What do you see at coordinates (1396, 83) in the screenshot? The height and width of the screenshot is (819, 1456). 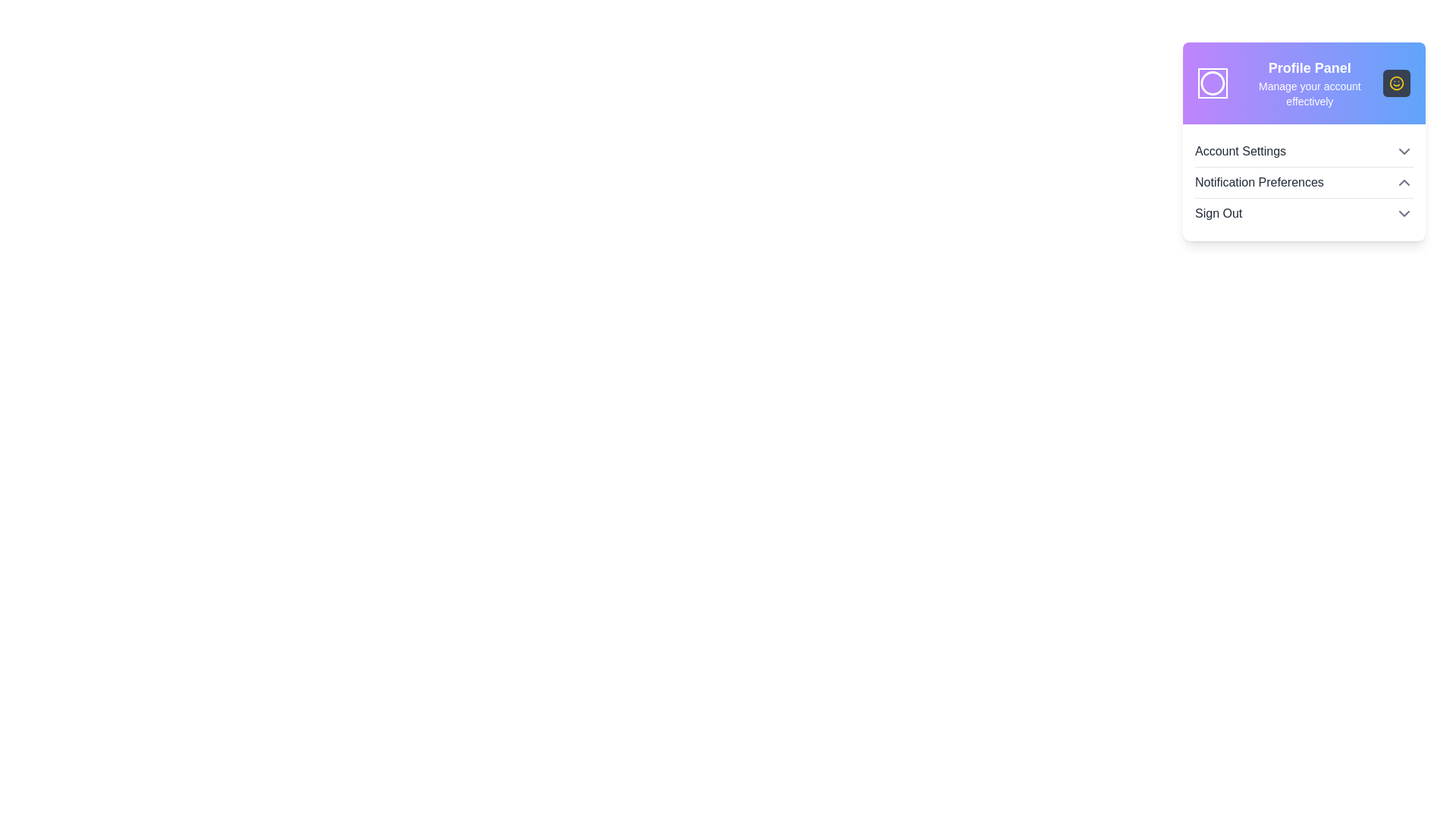 I see `the mood/status indicator icon located in the top-right corner of the header section of the profile panel` at bounding box center [1396, 83].